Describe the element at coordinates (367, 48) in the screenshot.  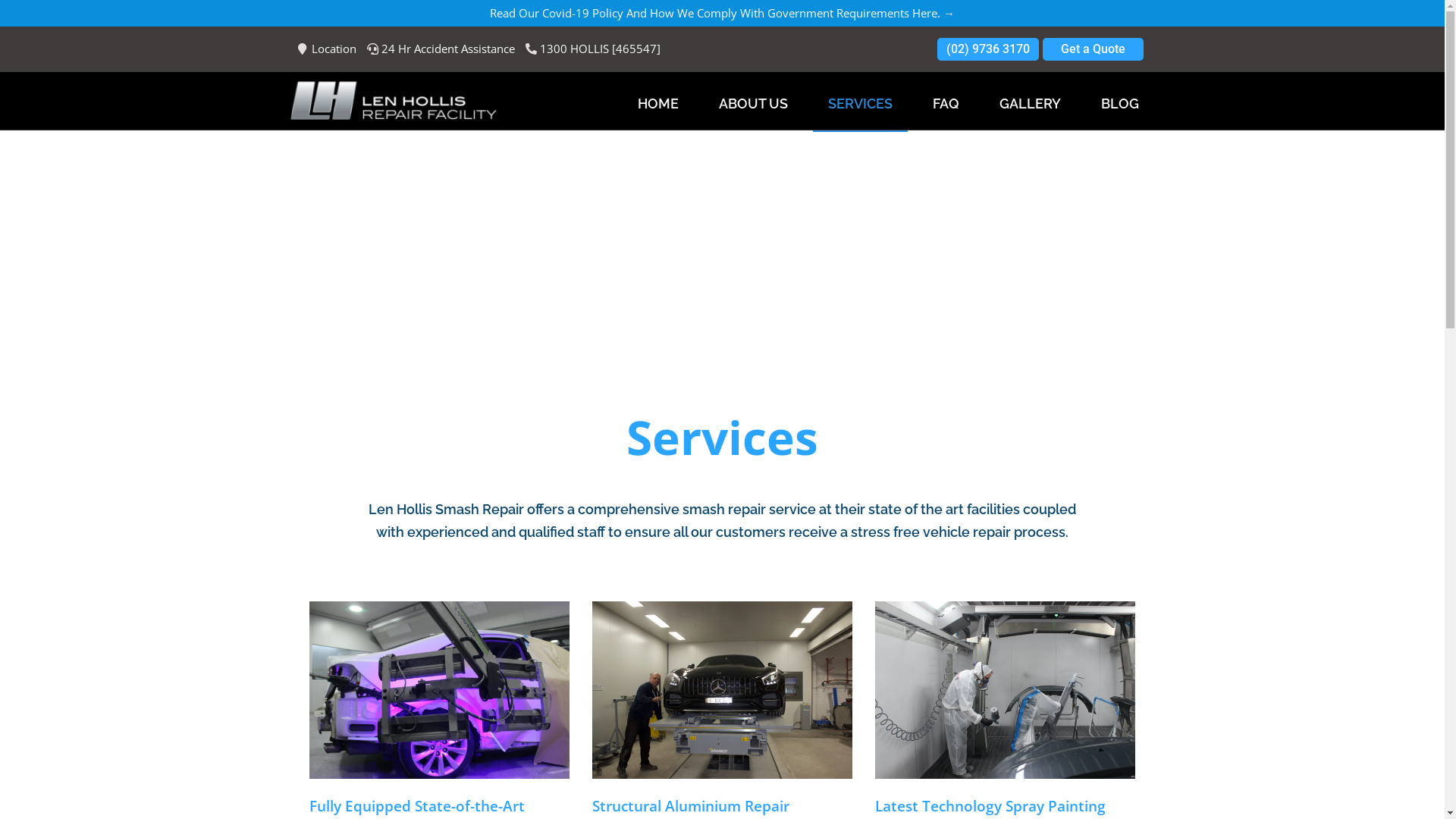
I see `'24 Hr Accident Assistance'` at that location.